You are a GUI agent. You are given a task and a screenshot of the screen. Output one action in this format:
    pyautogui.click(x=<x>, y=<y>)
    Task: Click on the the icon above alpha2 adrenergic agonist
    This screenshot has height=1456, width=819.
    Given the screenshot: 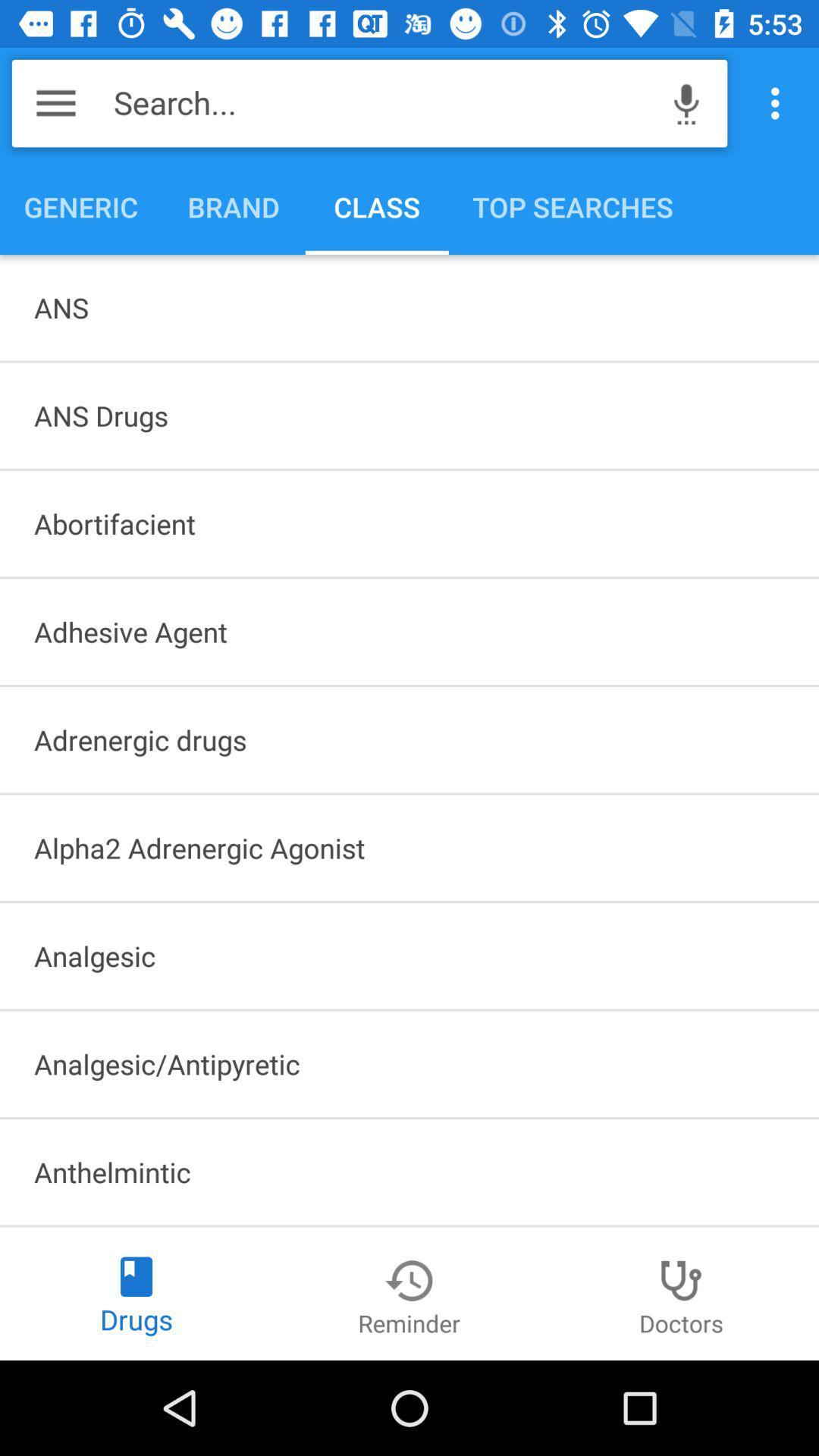 What is the action you would take?
    pyautogui.click(x=409, y=739)
    